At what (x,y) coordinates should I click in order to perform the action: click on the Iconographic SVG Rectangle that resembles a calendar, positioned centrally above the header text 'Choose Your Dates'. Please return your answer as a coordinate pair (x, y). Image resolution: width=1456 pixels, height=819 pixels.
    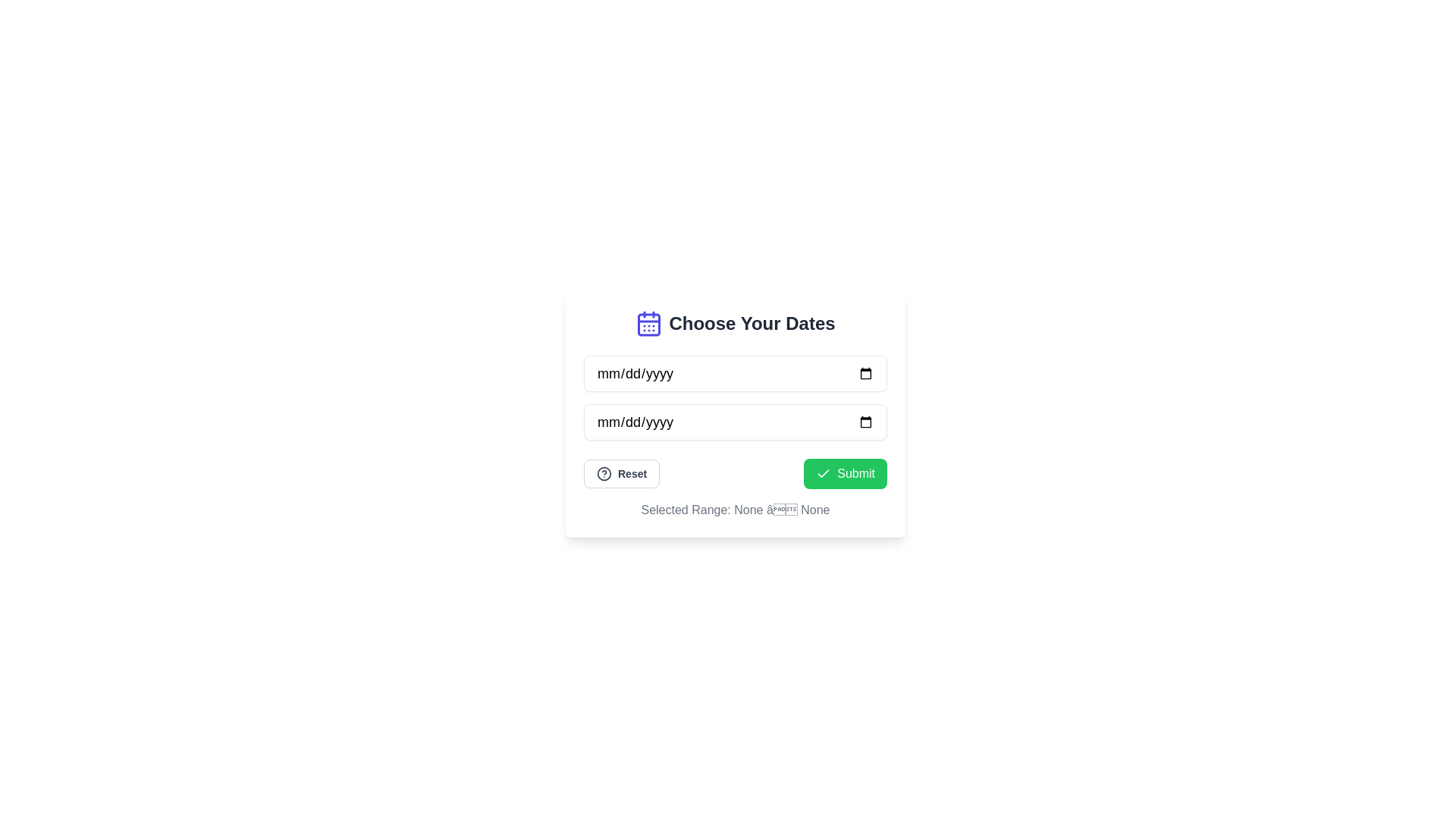
    Looking at the image, I should click on (649, 324).